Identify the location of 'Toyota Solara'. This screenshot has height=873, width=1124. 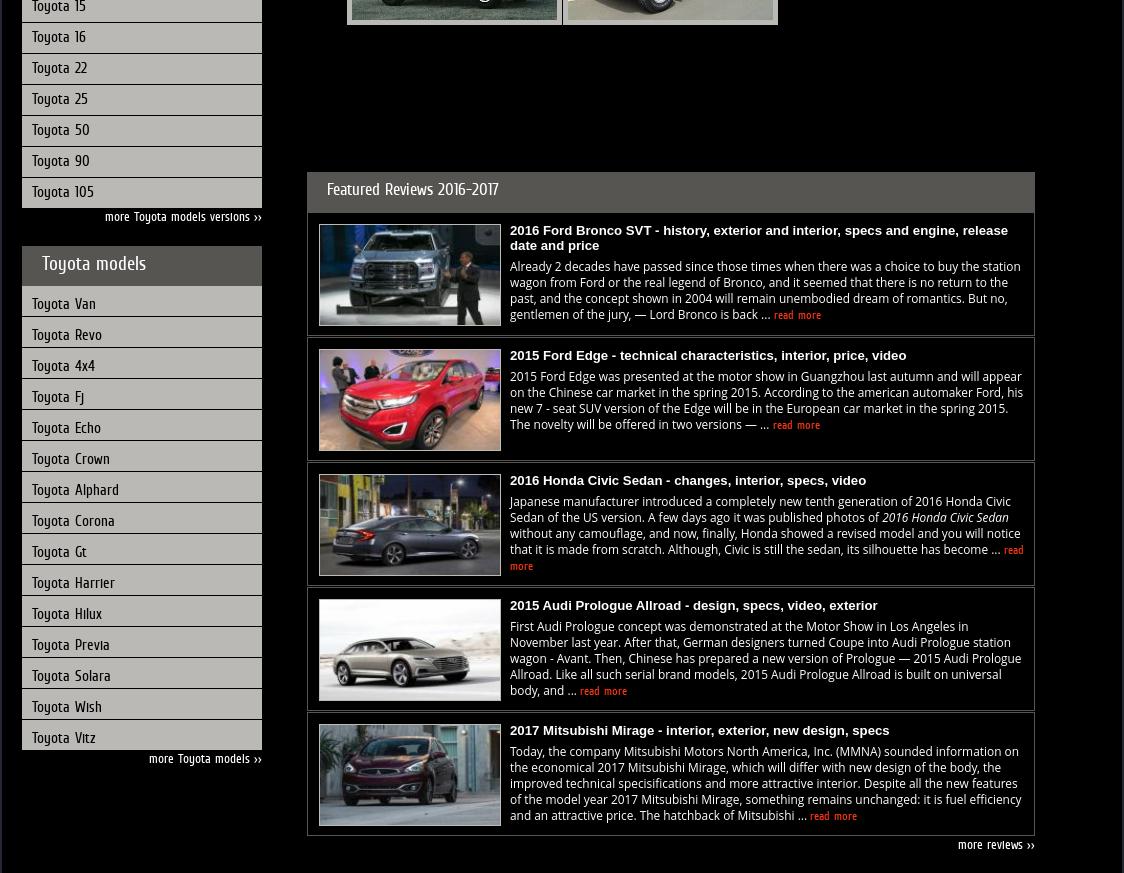
(70, 675).